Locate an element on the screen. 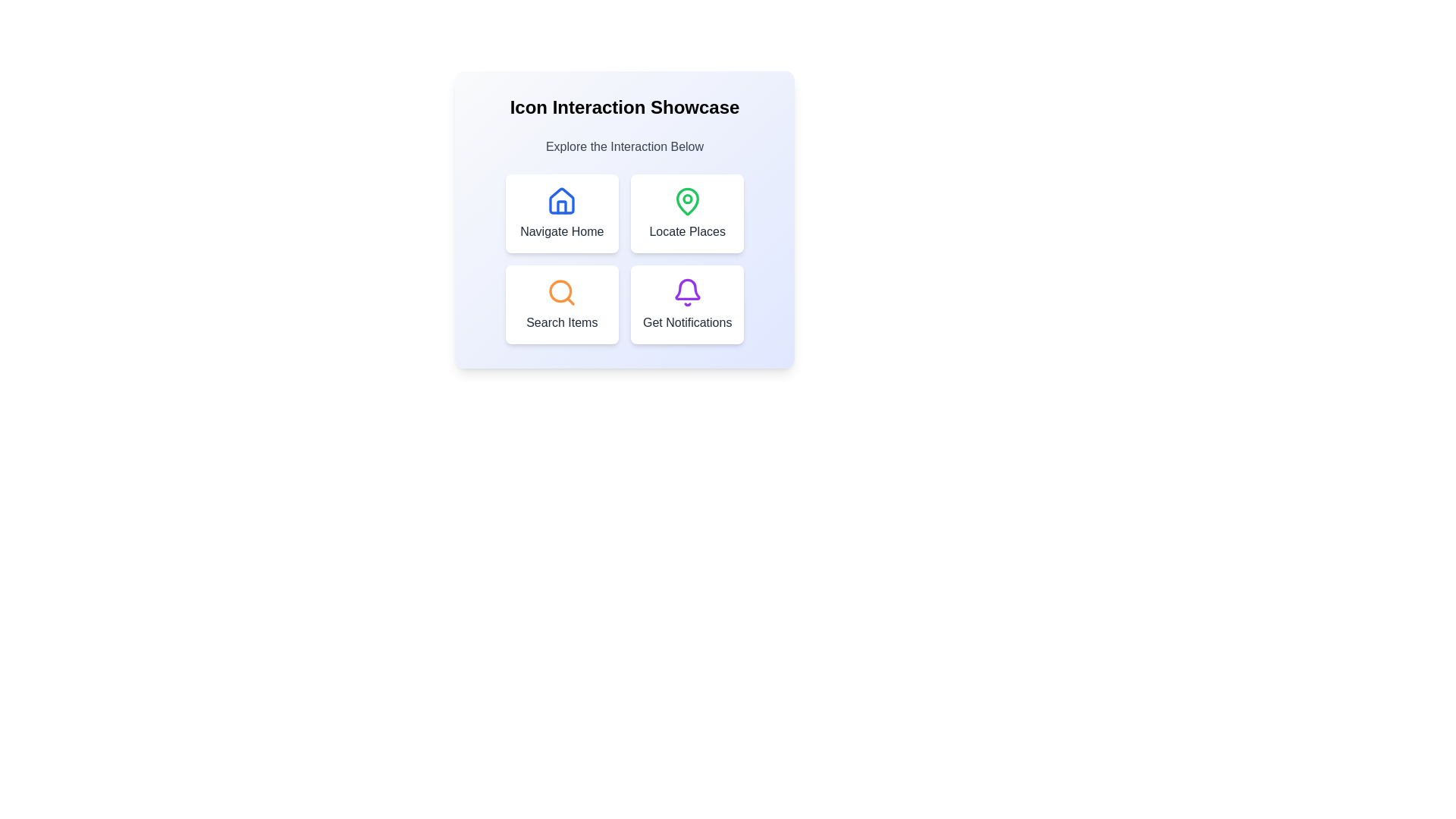 The height and width of the screenshot is (819, 1456). the search button located in the lower-left quadrant of a 2x2 grid, which is the third button below the 'Navigate Home' button, to initiate a search action is located at coordinates (561, 304).